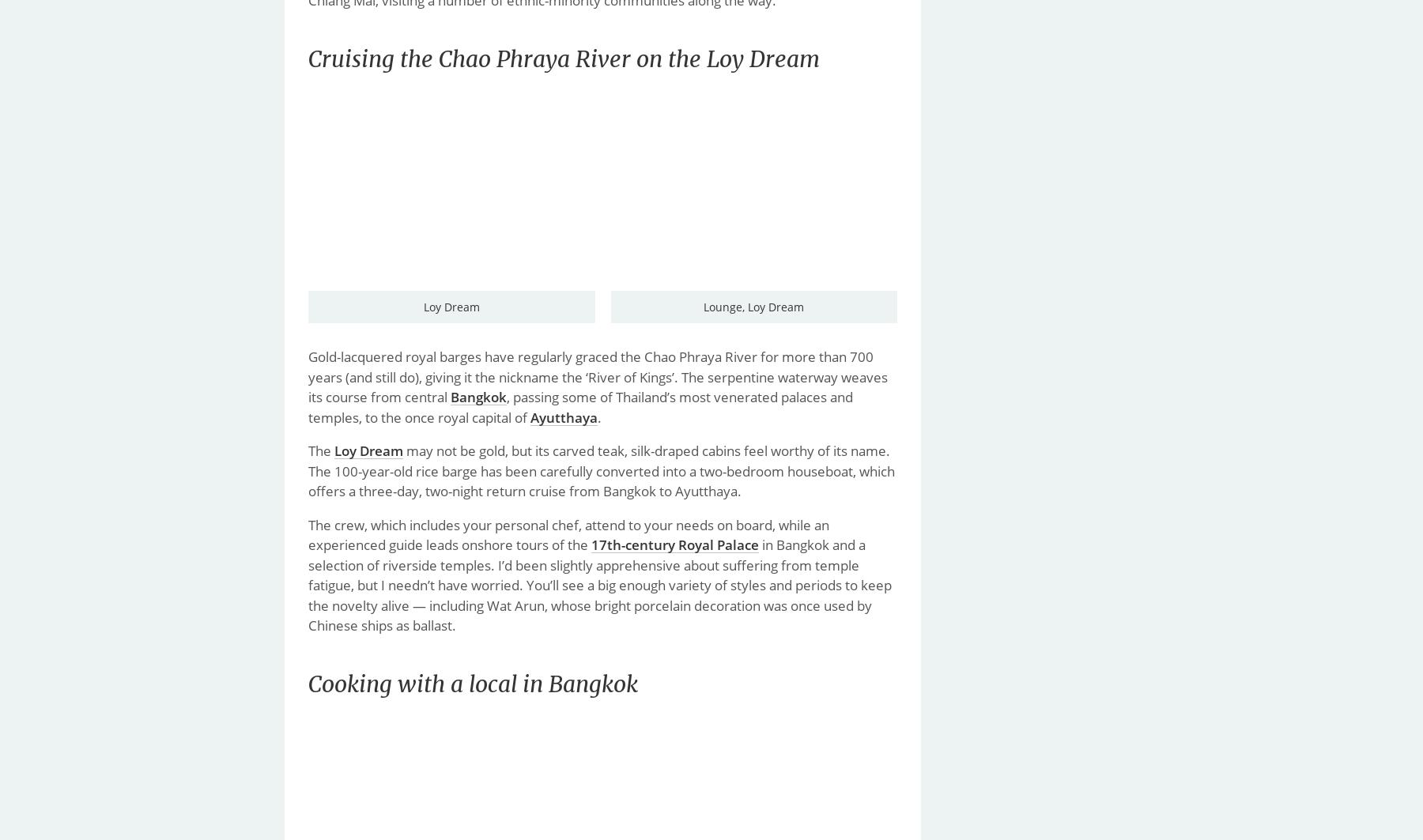 The image size is (1423, 840). Describe the element at coordinates (598, 416) in the screenshot. I see `'.'` at that location.